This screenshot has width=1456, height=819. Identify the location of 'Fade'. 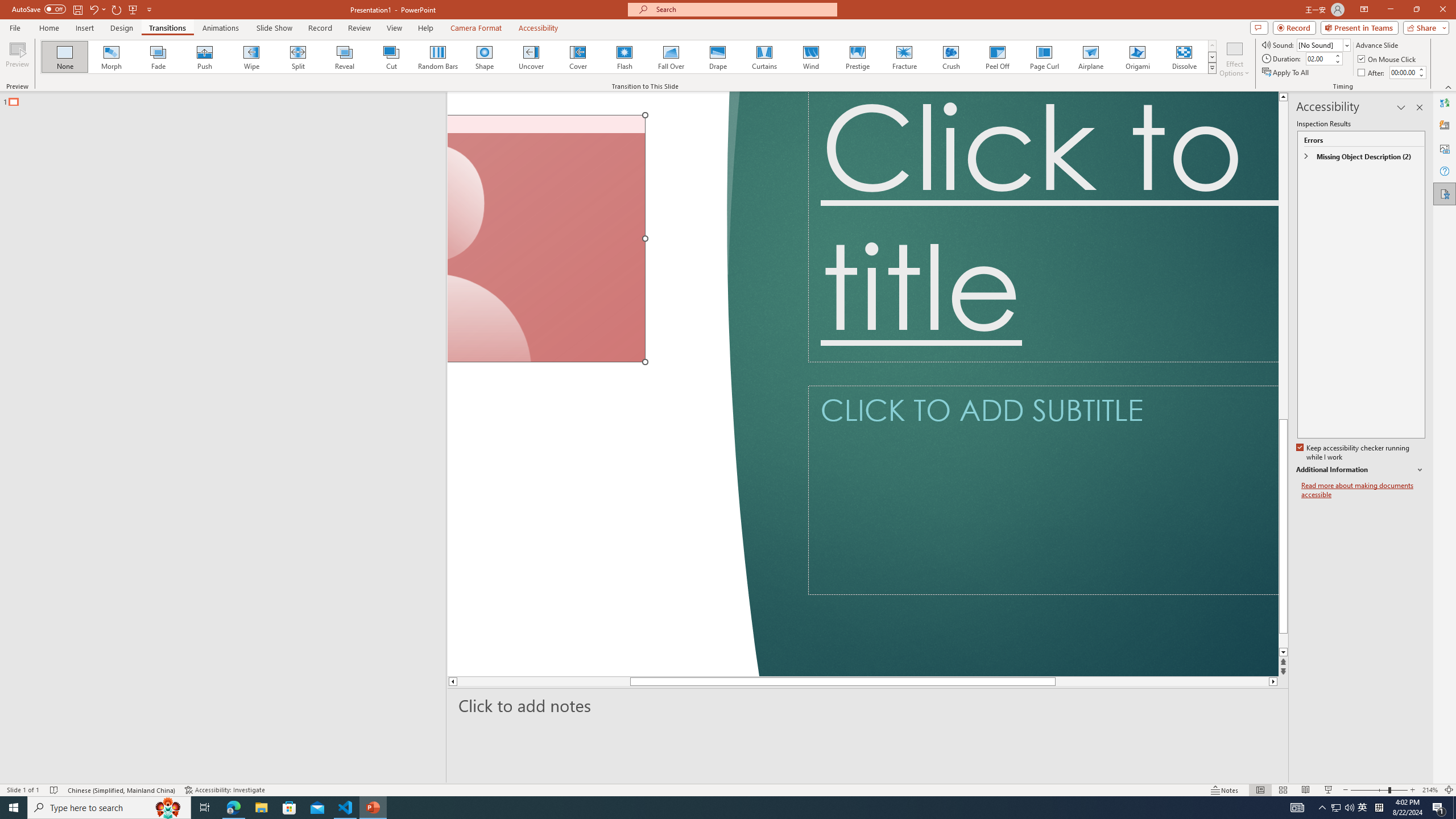
(158, 56).